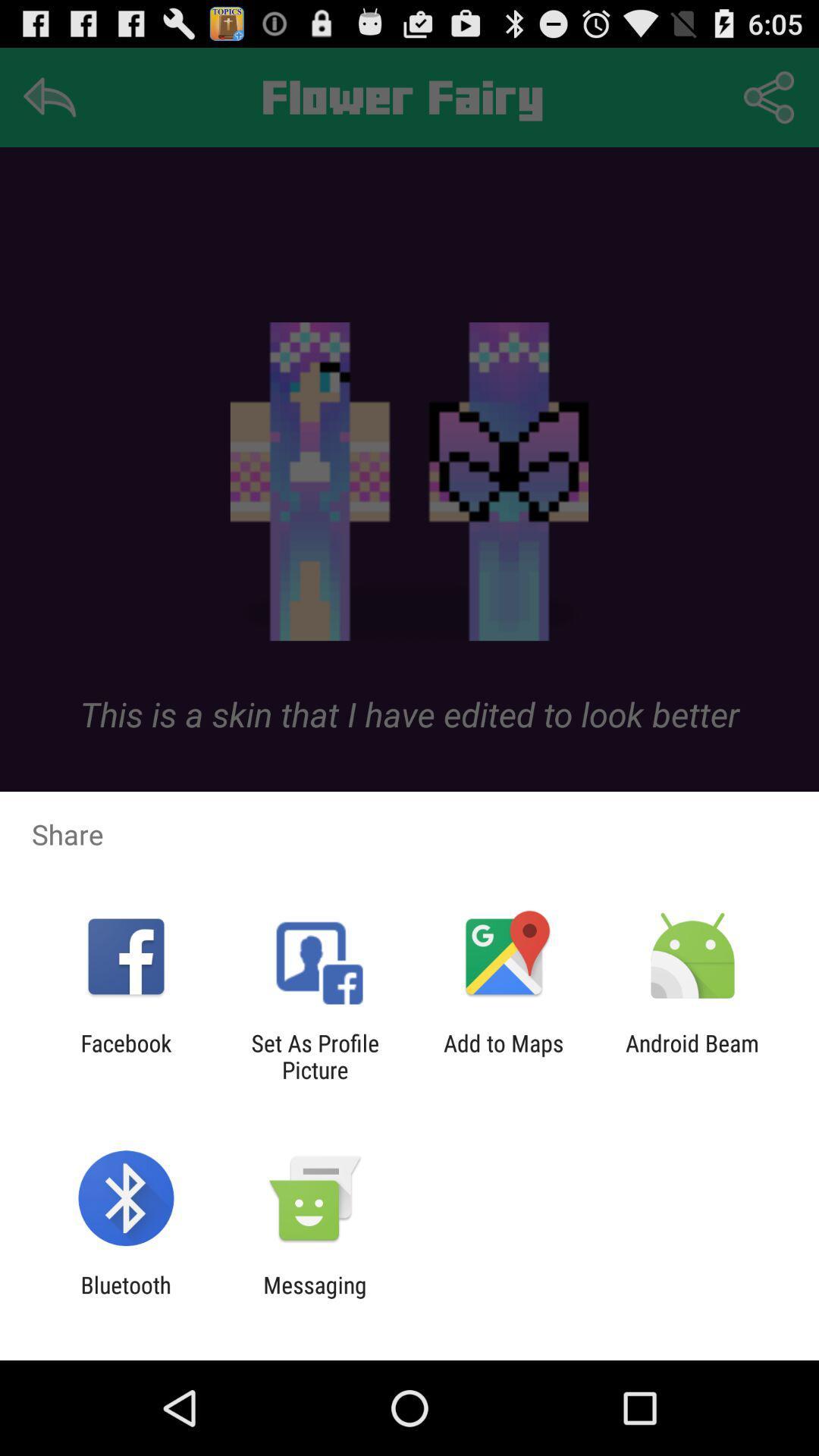 The width and height of the screenshot is (819, 1456). Describe the element at coordinates (314, 1056) in the screenshot. I see `app next to the add to maps item` at that location.